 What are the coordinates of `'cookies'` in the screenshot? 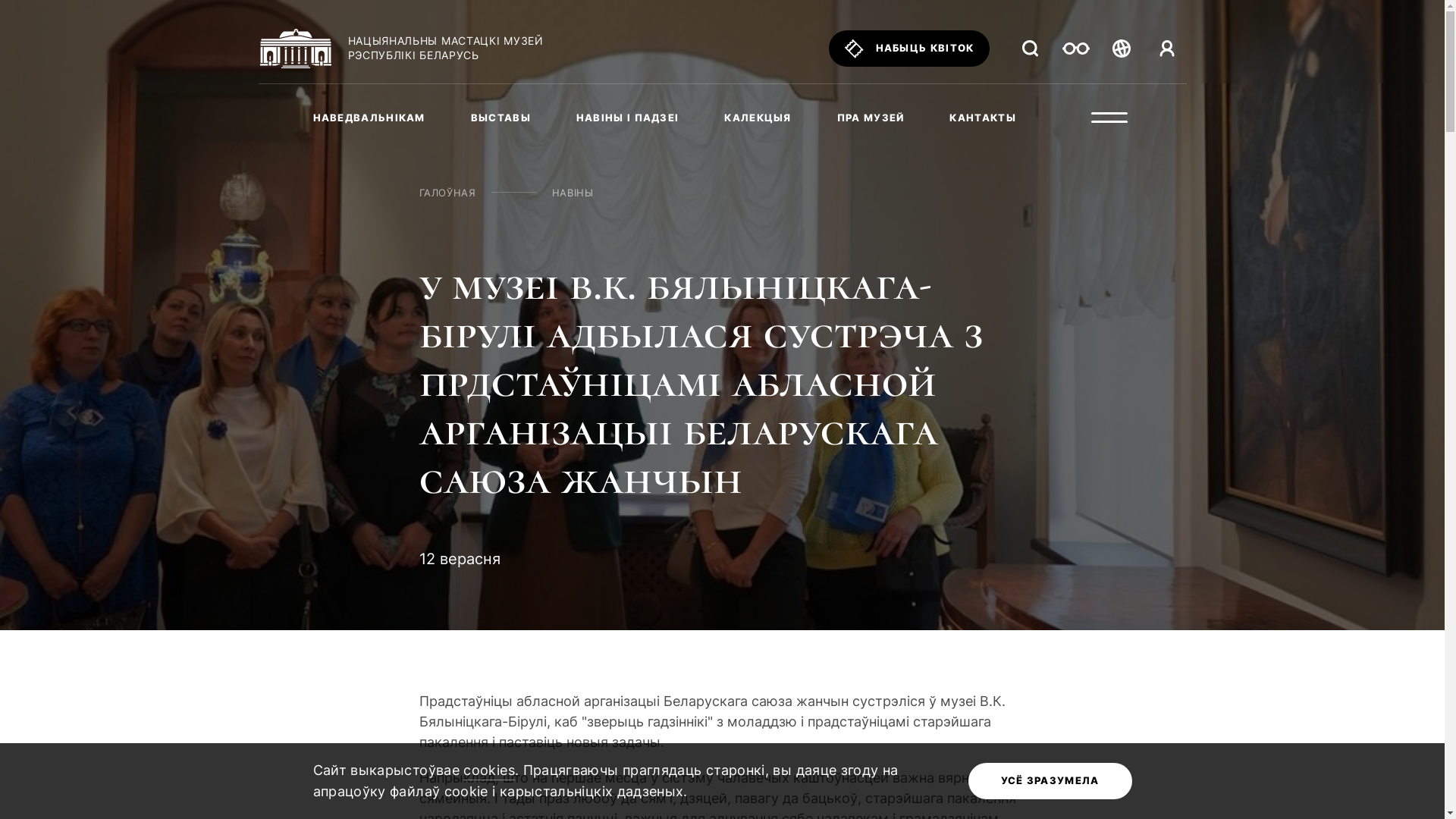 It's located at (488, 771).